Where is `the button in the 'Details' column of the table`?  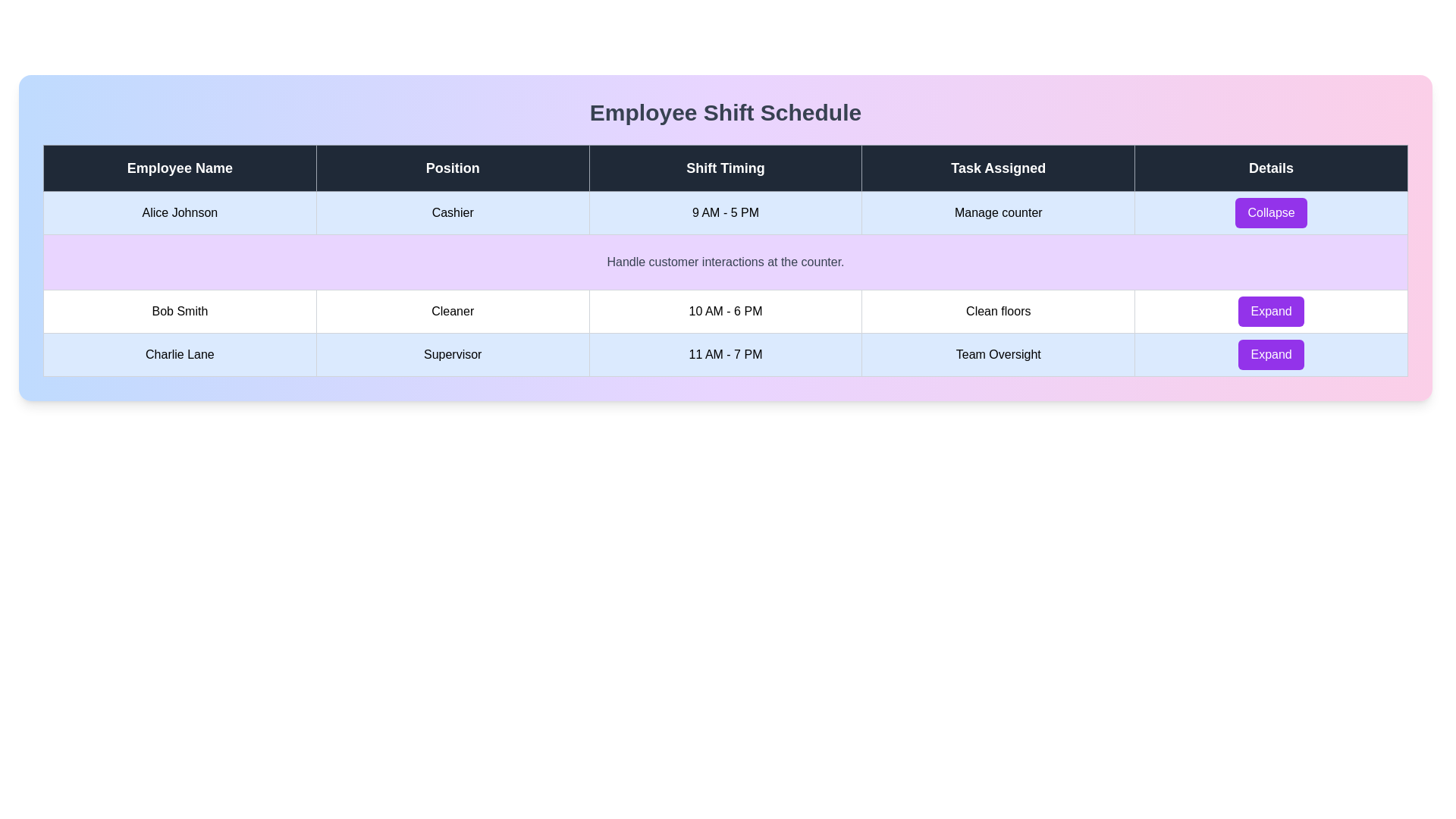 the button in the 'Details' column of the table is located at coordinates (1271, 213).